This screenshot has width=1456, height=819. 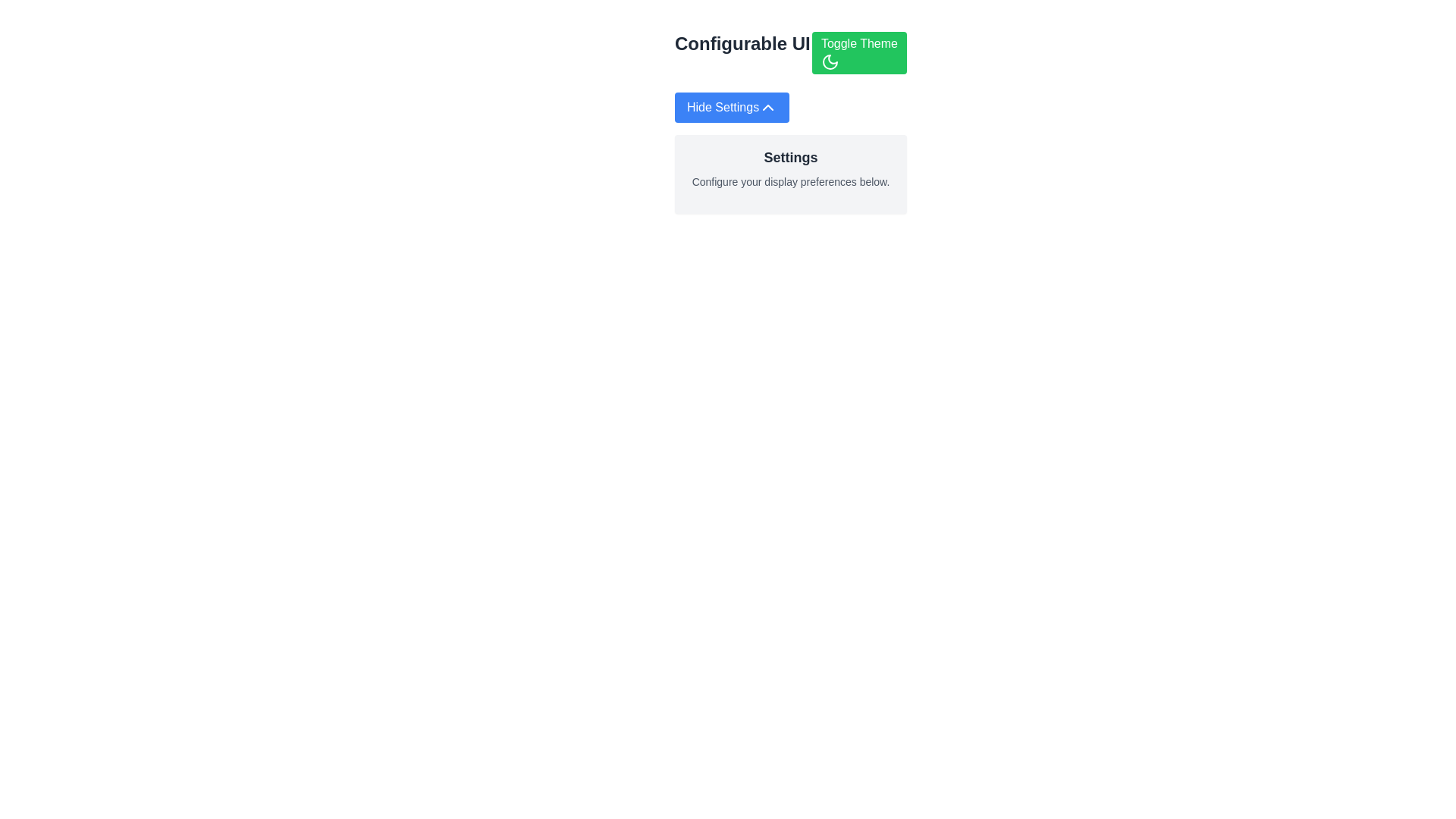 What do you see at coordinates (829, 61) in the screenshot?
I see `the SVG icon (crescent moon) which serves as a theme toggle option located inside the green button labeled 'Toggle Theme'` at bounding box center [829, 61].